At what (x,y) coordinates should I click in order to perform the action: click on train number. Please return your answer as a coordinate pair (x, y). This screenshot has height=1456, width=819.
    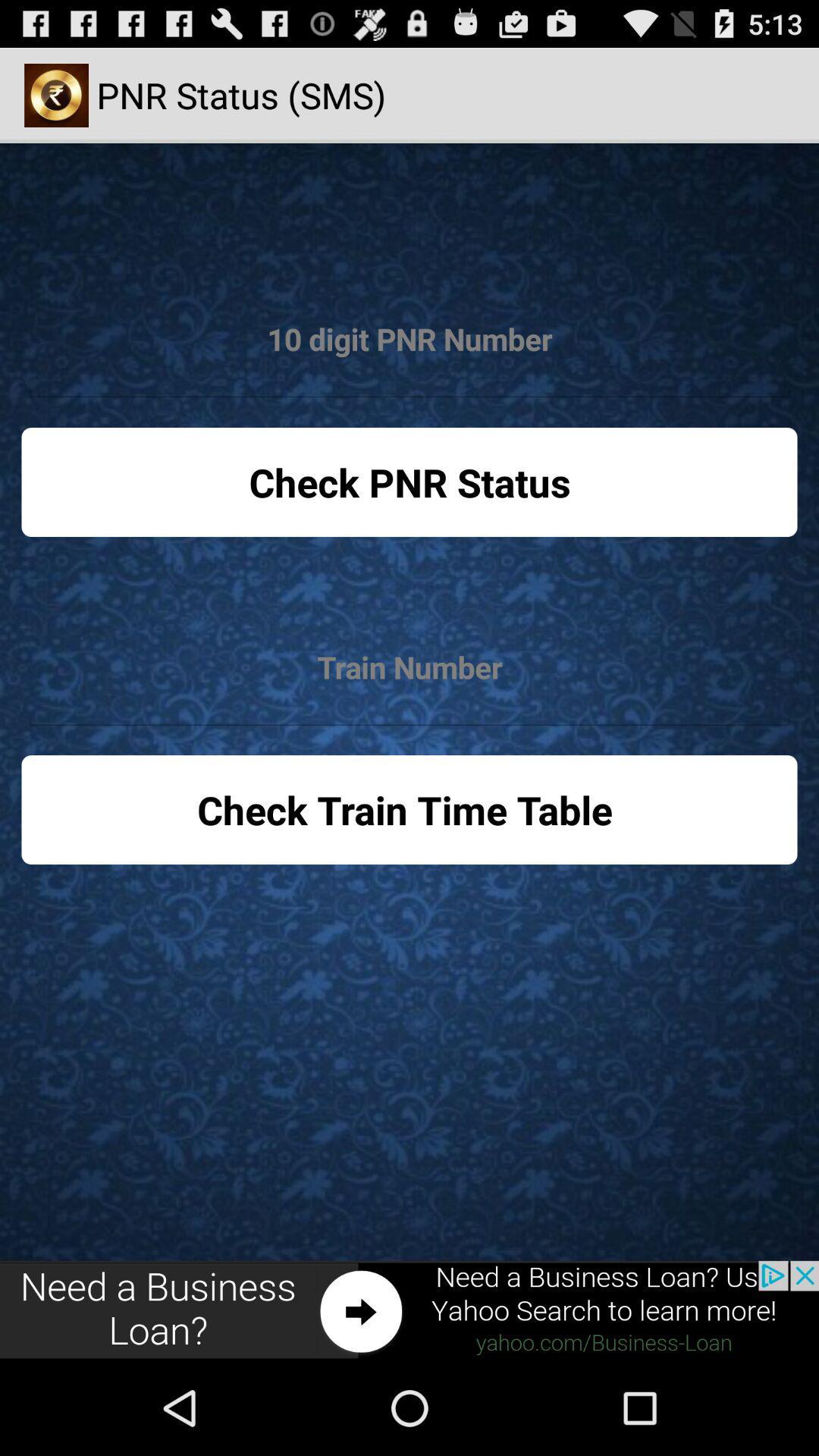
    Looking at the image, I should click on (409, 667).